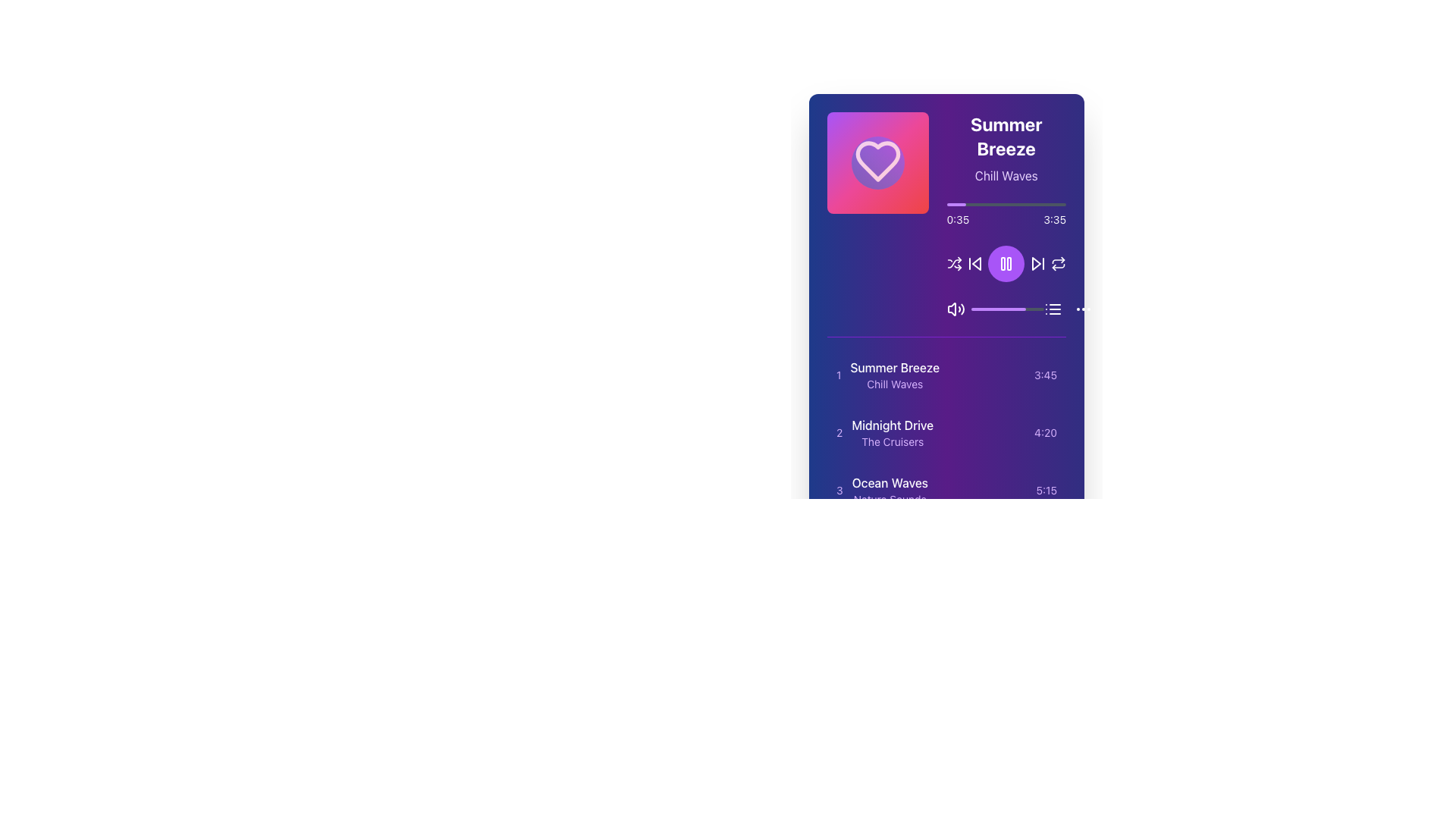 Image resolution: width=1456 pixels, height=819 pixels. Describe the element at coordinates (977, 309) in the screenshot. I see `the progress value` at that location.